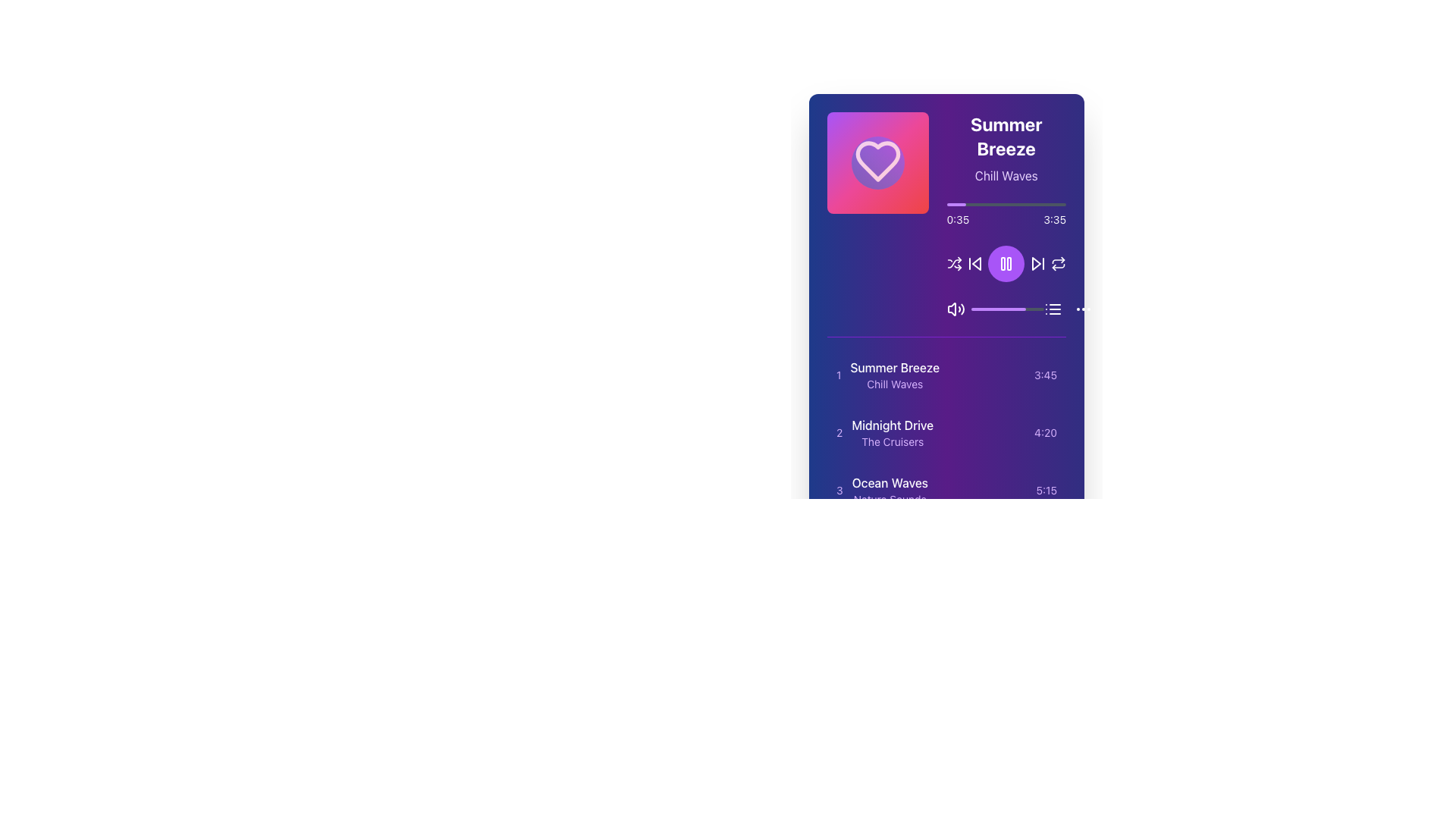 Image resolution: width=1456 pixels, height=819 pixels. Describe the element at coordinates (977, 309) in the screenshot. I see `the progress value` at that location.